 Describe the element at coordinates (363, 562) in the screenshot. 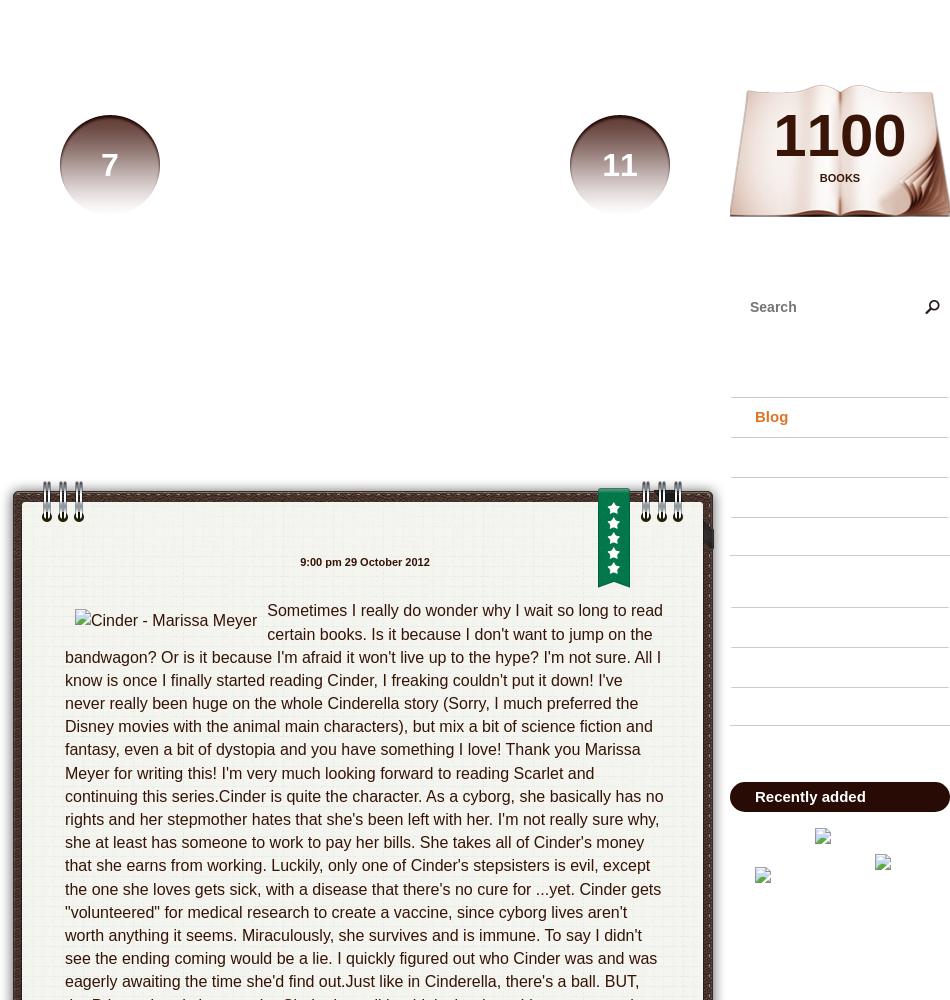

I see `'9:00 pm 29 October 2012'` at that location.